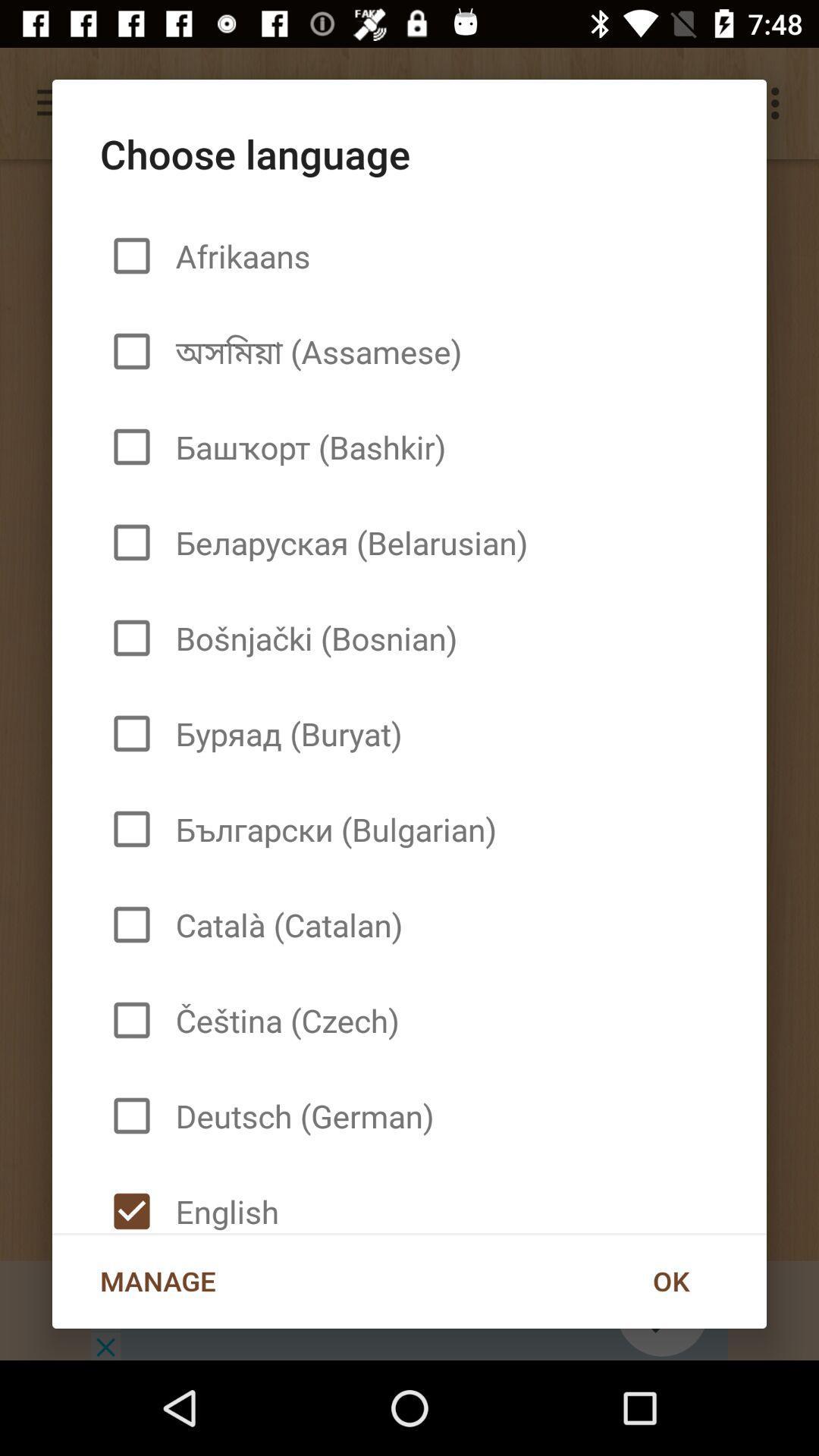  Describe the element at coordinates (670, 1280) in the screenshot. I see `ok` at that location.